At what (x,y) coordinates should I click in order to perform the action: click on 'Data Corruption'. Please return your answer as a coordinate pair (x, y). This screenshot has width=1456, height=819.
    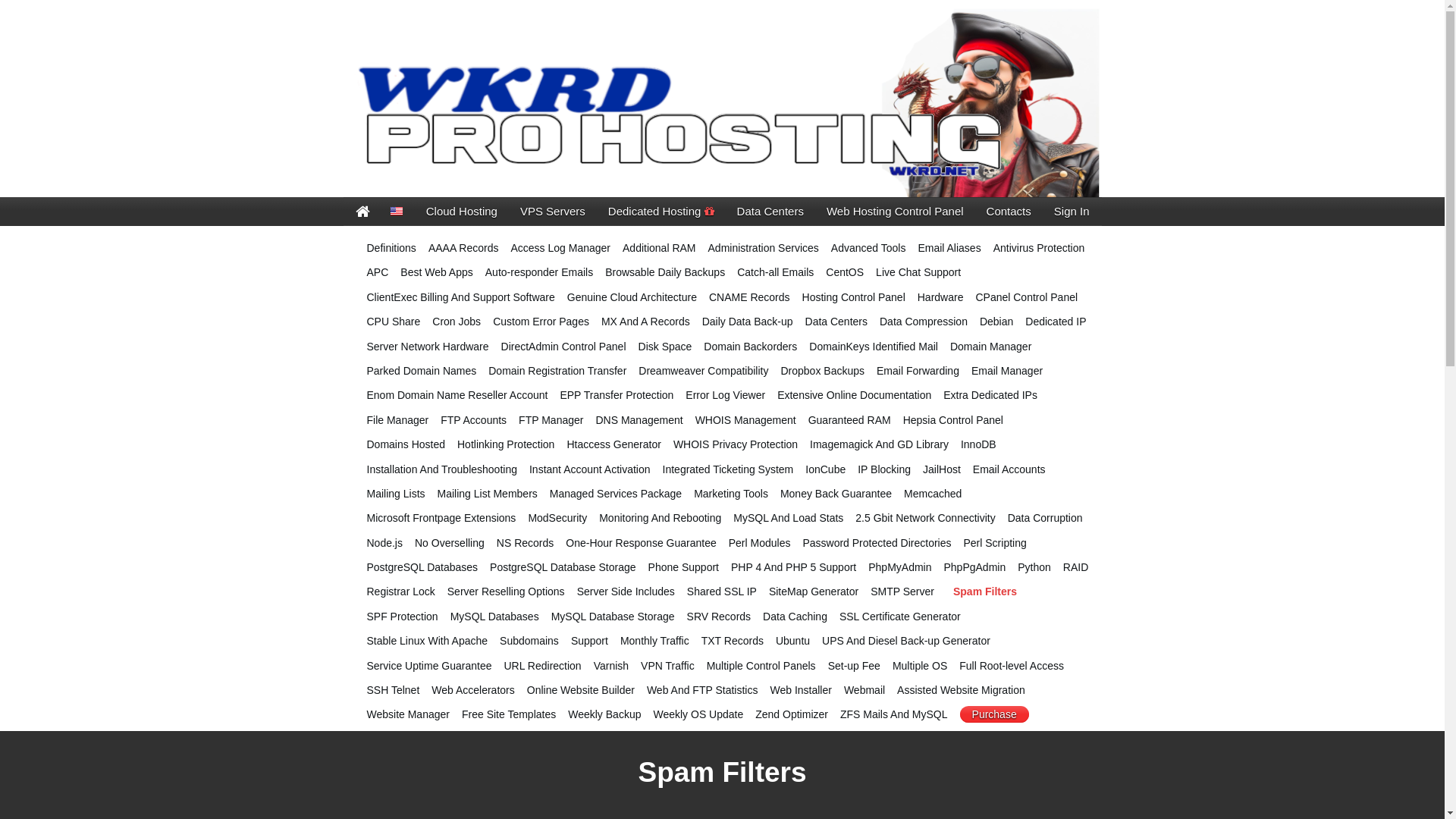
    Looking at the image, I should click on (1008, 516).